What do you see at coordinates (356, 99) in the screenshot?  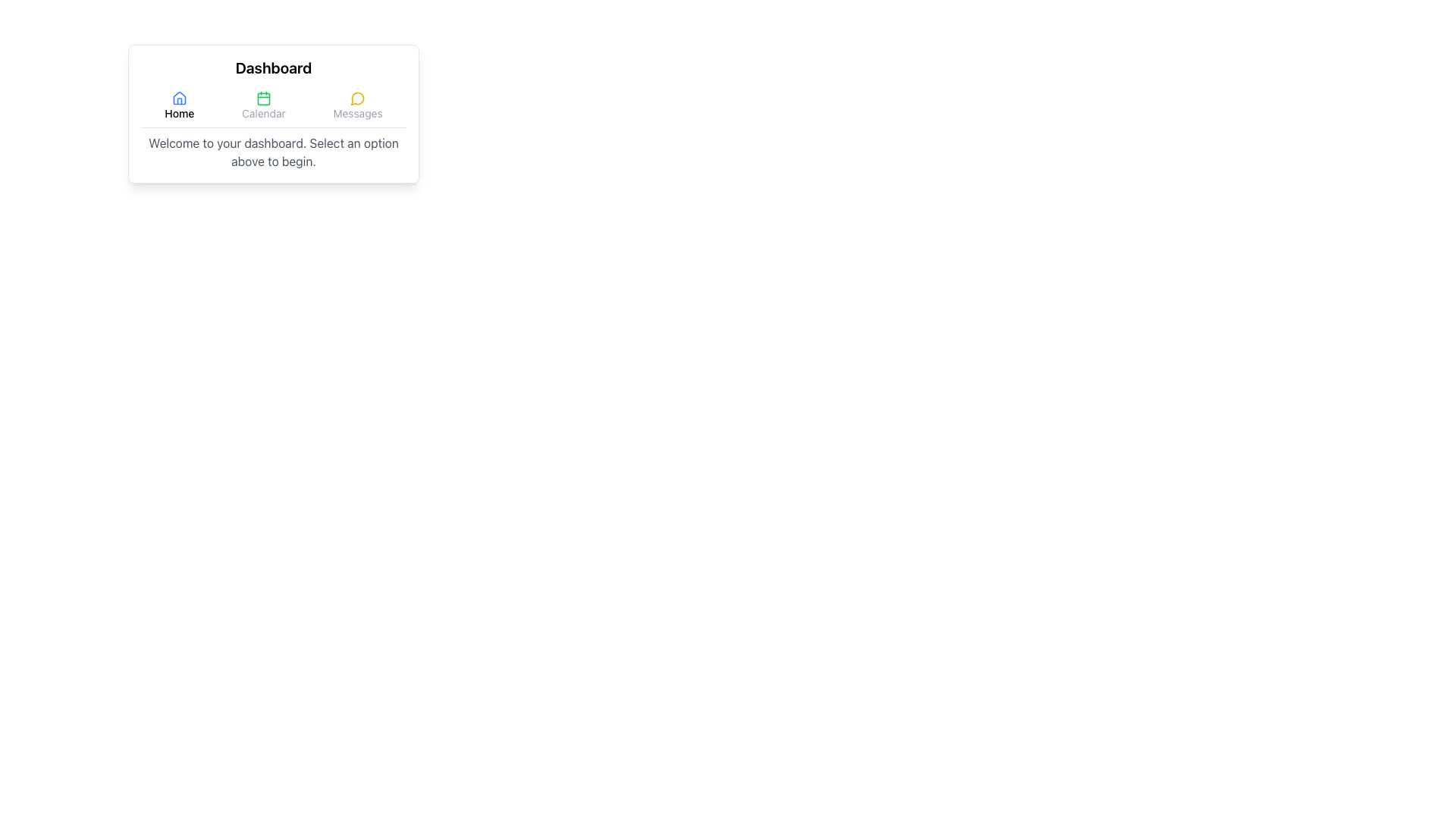 I see `the SVG graphic icon representing the 'Messages' feature, located in the 'Messages' section on the right of the header row under the 'Dashboard' title in the center card` at bounding box center [356, 99].